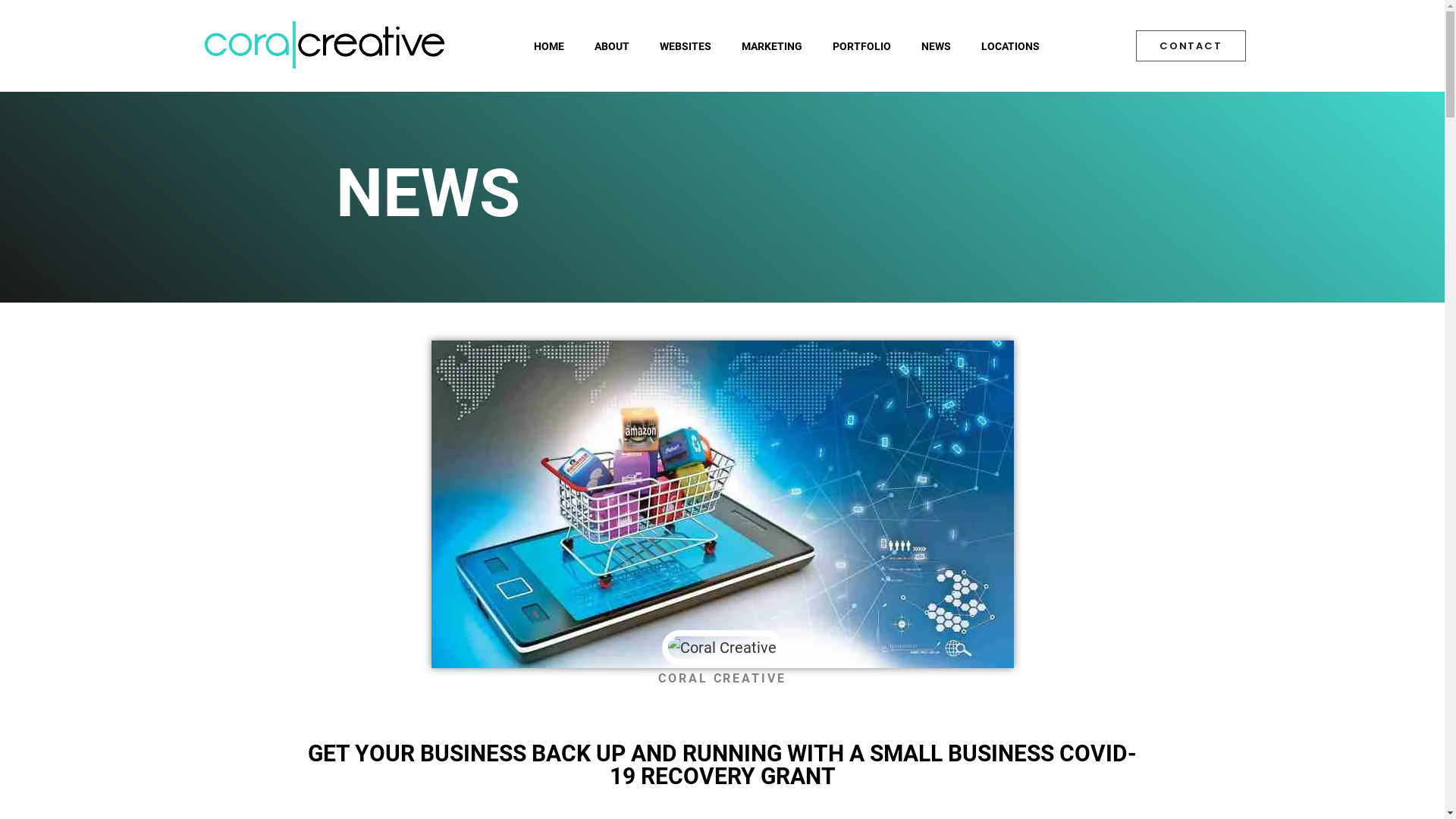 This screenshot has height=819, width=1456. Describe the element at coordinates (935, 45) in the screenshot. I see `'NEWS'` at that location.